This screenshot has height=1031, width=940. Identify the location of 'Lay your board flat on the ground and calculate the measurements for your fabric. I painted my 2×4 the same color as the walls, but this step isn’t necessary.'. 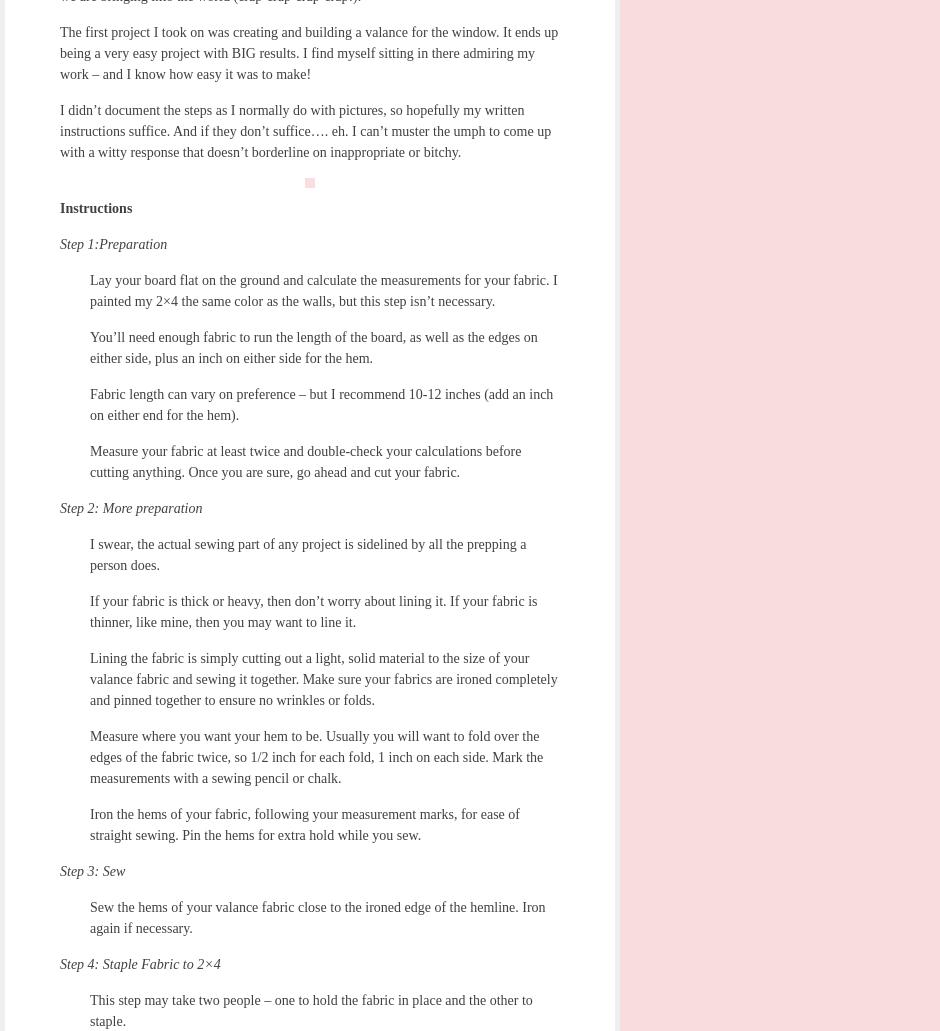
(323, 290).